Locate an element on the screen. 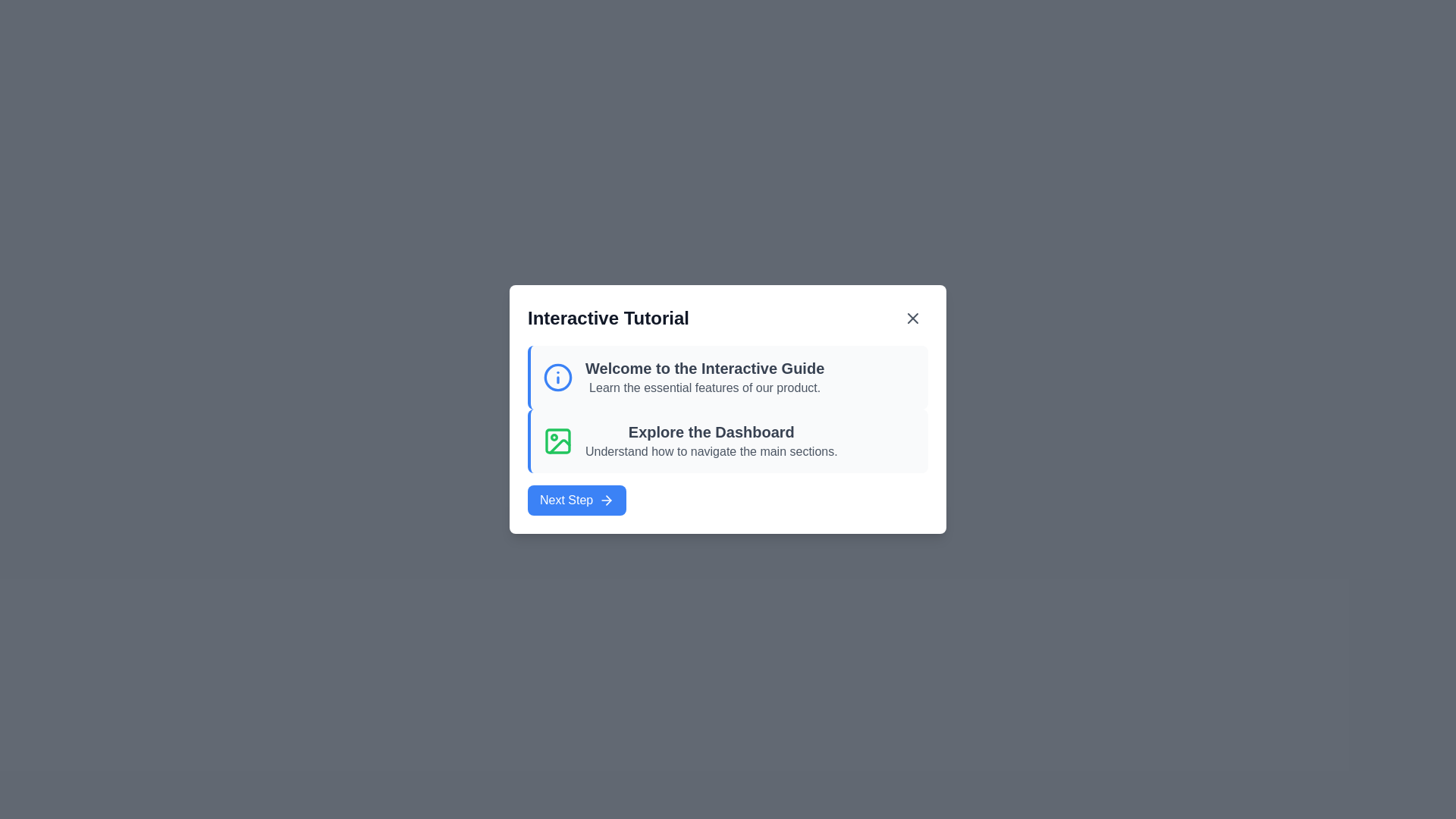 Image resolution: width=1456 pixels, height=819 pixels. informational block that contains the text 'Explore the Dashboard' and 'Understand how to navigate the main sections.' This block is the second section in the modal, positioned below the 'Welcome to the Interactive Guide.' is located at coordinates (728, 441).